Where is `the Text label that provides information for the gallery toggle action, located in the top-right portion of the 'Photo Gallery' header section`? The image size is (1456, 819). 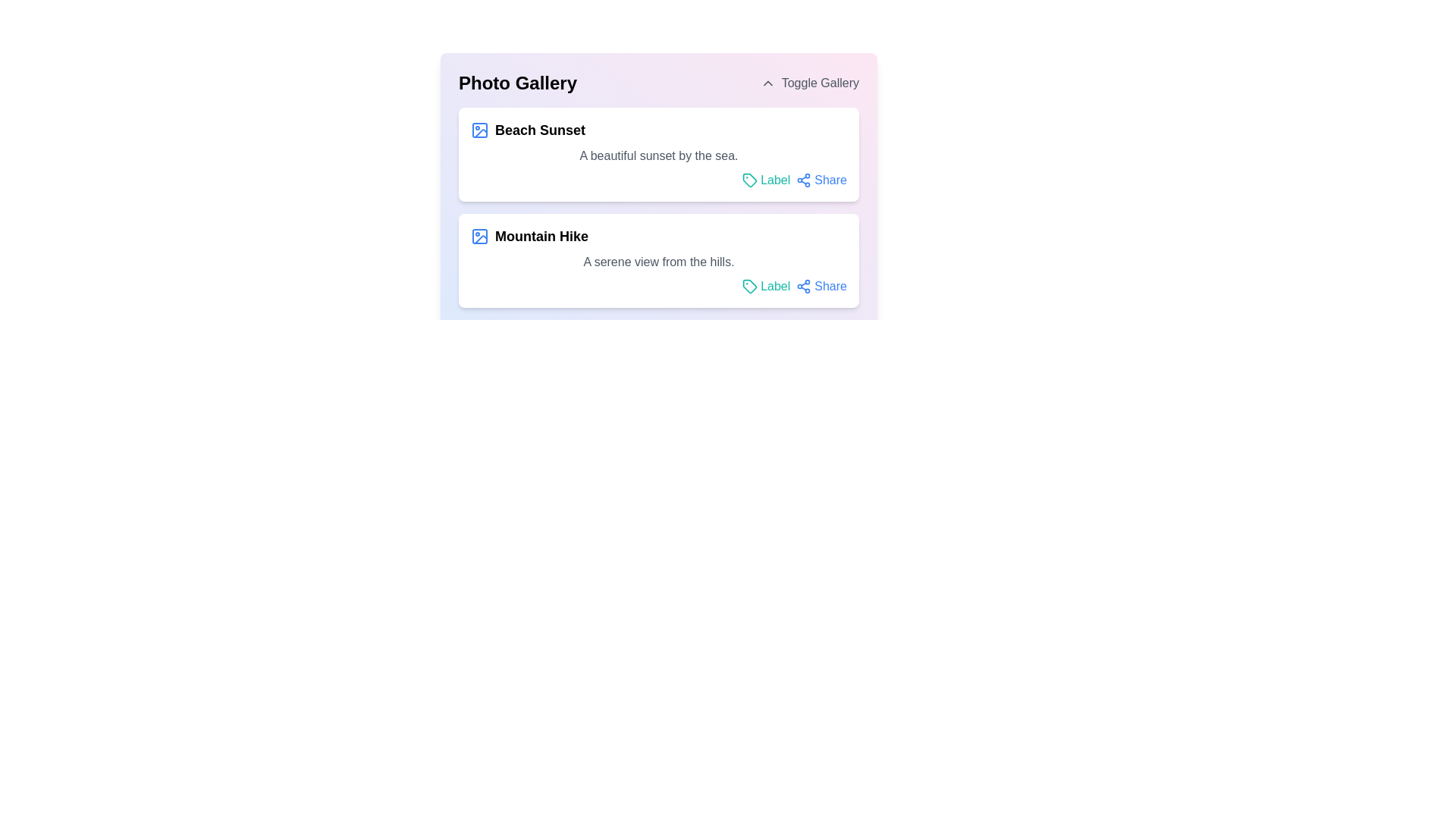 the Text label that provides information for the gallery toggle action, located in the top-right portion of the 'Photo Gallery' header section is located at coordinates (819, 83).